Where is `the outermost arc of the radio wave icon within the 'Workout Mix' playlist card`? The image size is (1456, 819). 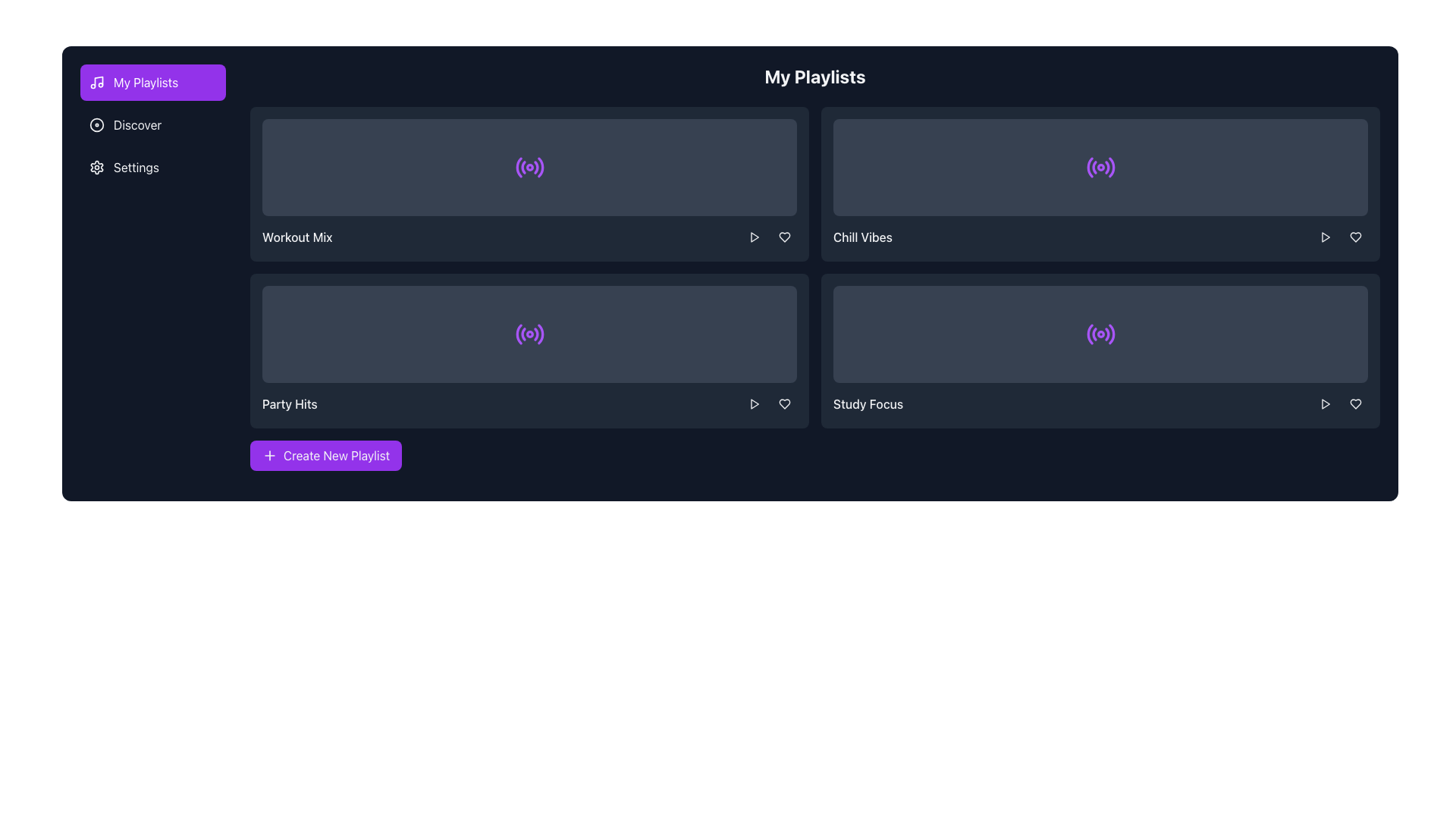
the outermost arc of the radio wave icon within the 'Workout Mix' playlist card is located at coordinates (540, 167).